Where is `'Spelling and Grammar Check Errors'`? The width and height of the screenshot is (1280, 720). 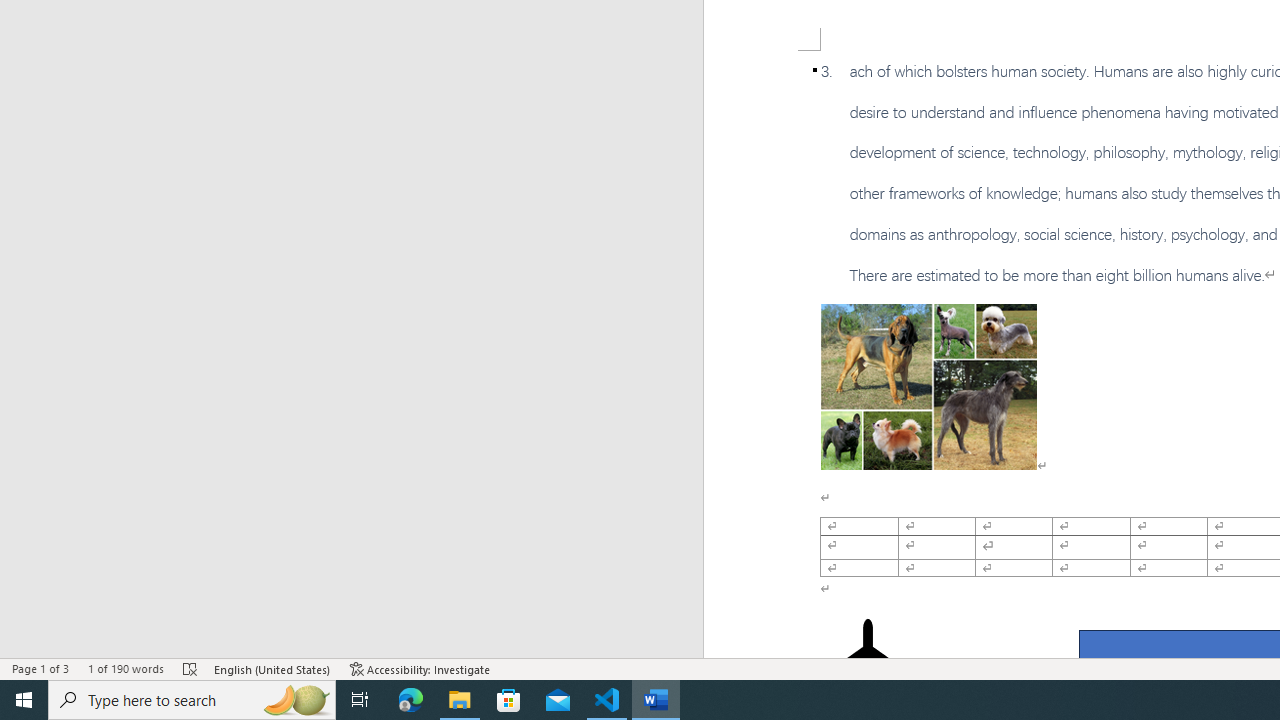 'Spelling and Grammar Check Errors' is located at coordinates (191, 669).